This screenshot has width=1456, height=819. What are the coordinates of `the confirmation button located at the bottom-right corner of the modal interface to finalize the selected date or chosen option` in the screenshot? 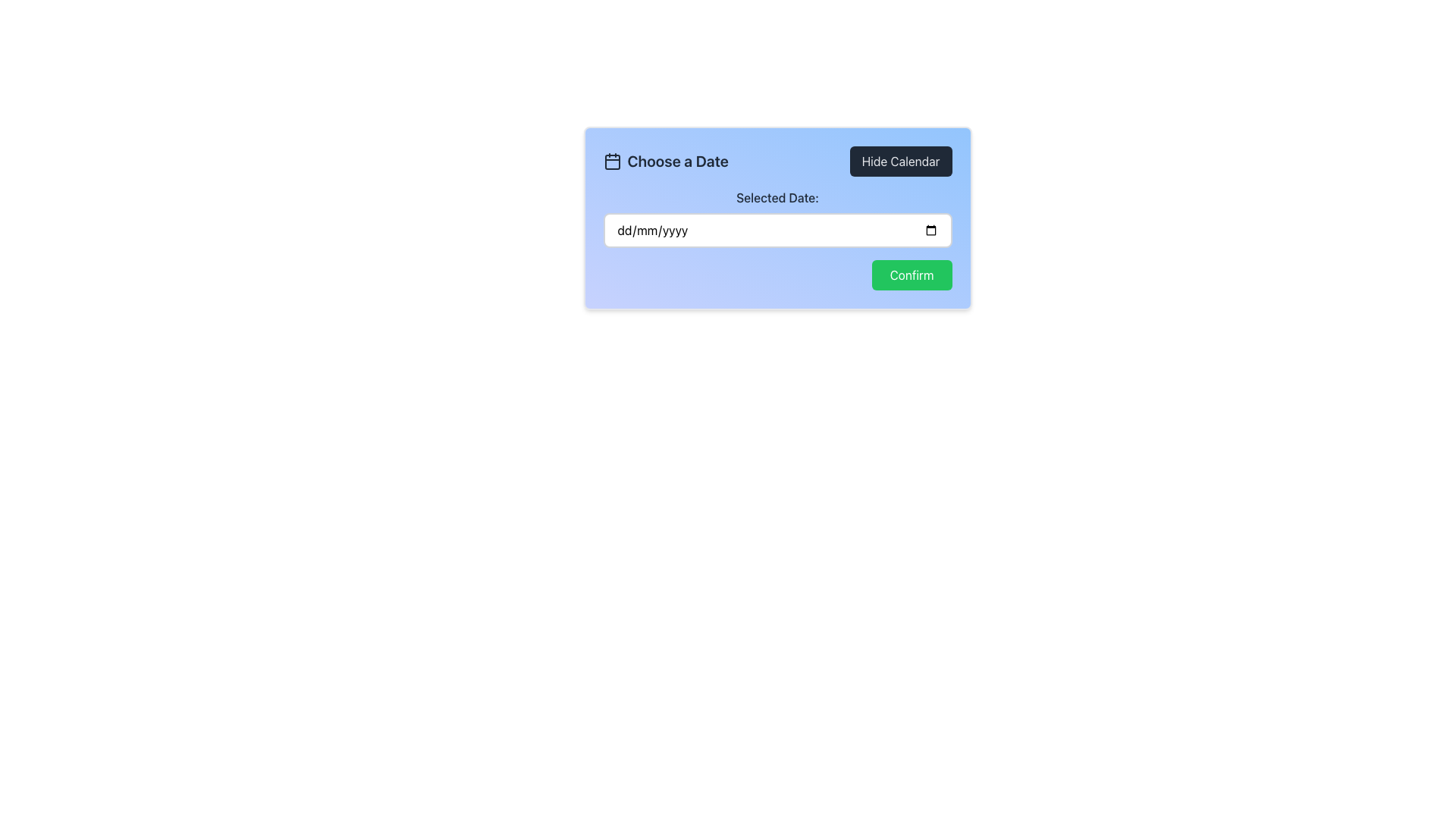 It's located at (911, 275).